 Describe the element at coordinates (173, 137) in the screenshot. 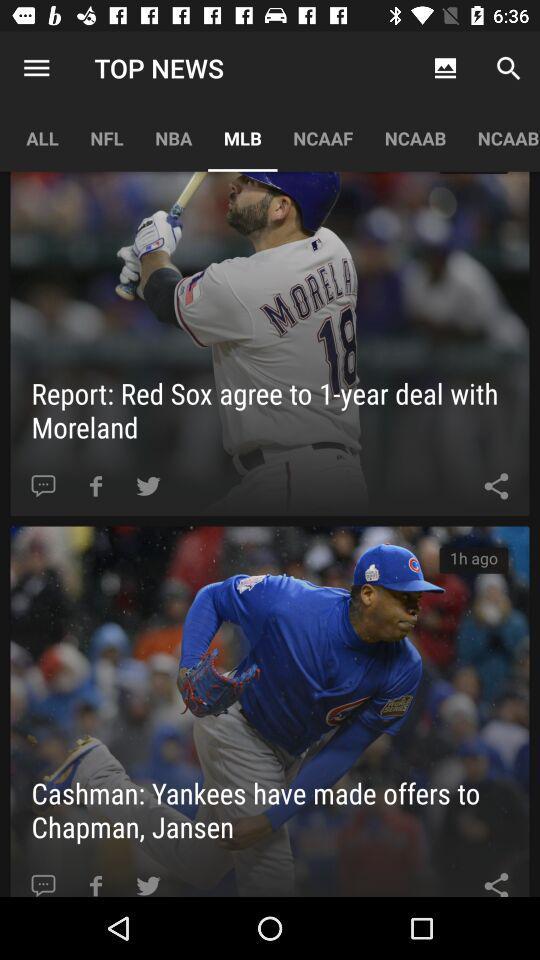

I see `item to the right of the nfl` at that location.